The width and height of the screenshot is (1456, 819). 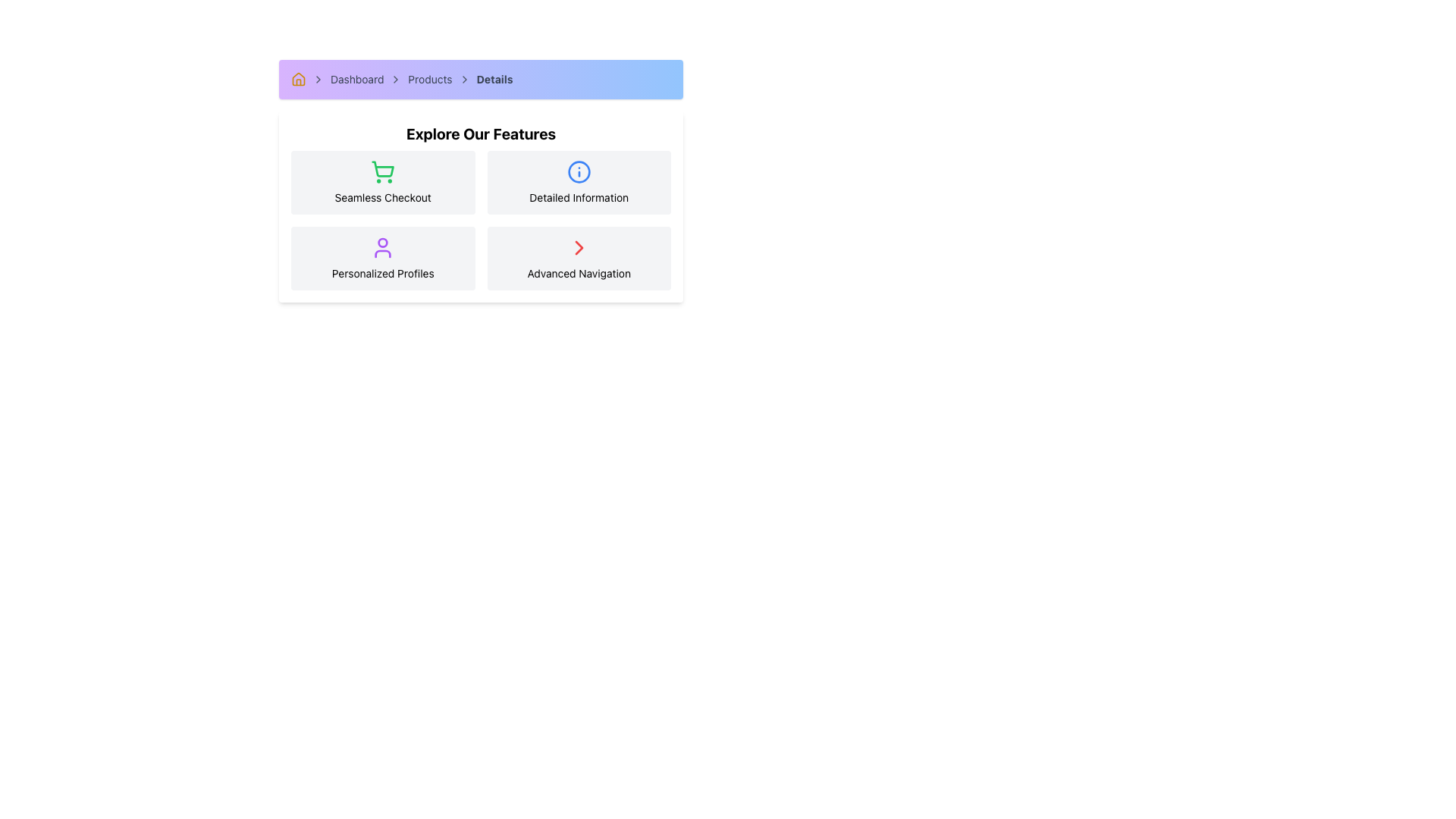 What do you see at coordinates (396, 79) in the screenshot?
I see `the third right-facing chevron icon in the breadcrumb navigation bar, positioned between 'Products' and 'Details'` at bounding box center [396, 79].